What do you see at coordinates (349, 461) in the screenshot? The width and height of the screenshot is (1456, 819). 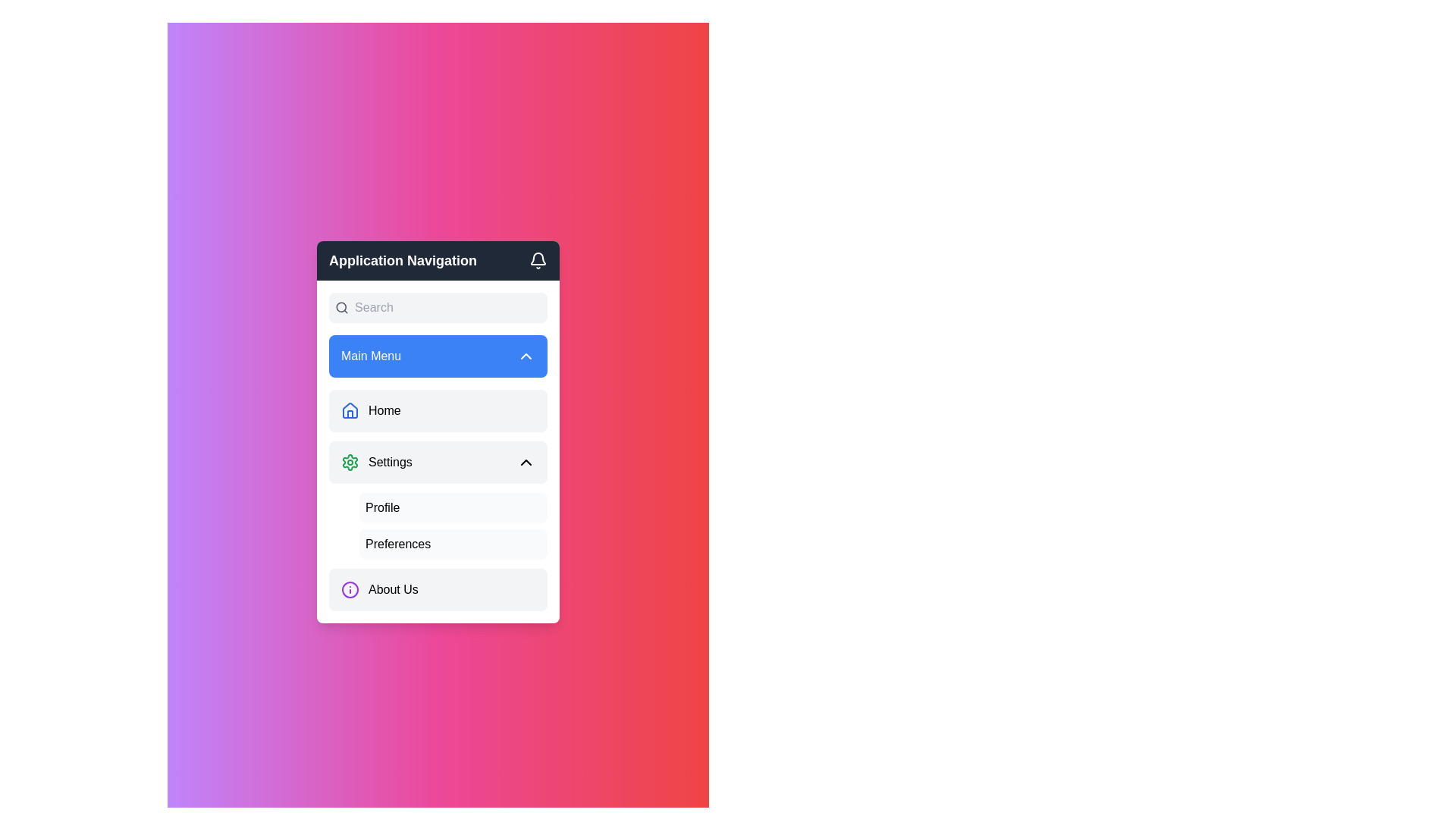 I see `the gear-like settings icon, which is styled with a green outline and located within the SVG representing the settings option in the menu, next to the 'Settings' text button` at bounding box center [349, 461].